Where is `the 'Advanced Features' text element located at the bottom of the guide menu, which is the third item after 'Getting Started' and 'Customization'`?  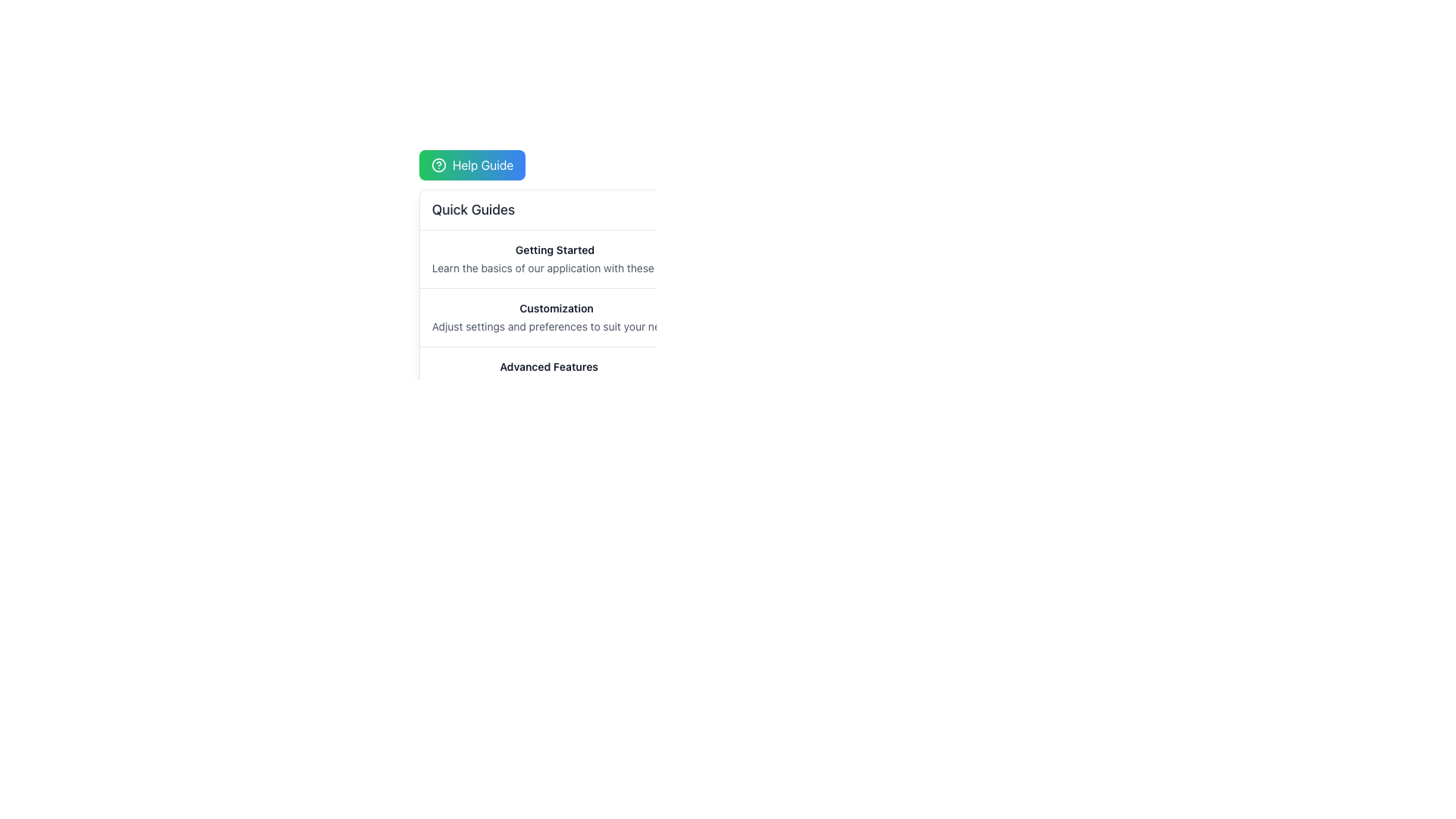 the 'Advanced Features' text element located at the bottom of the guide menu, which is the third item after 'Getting Started' and 'Customization' is located at coordinates (563, 375).